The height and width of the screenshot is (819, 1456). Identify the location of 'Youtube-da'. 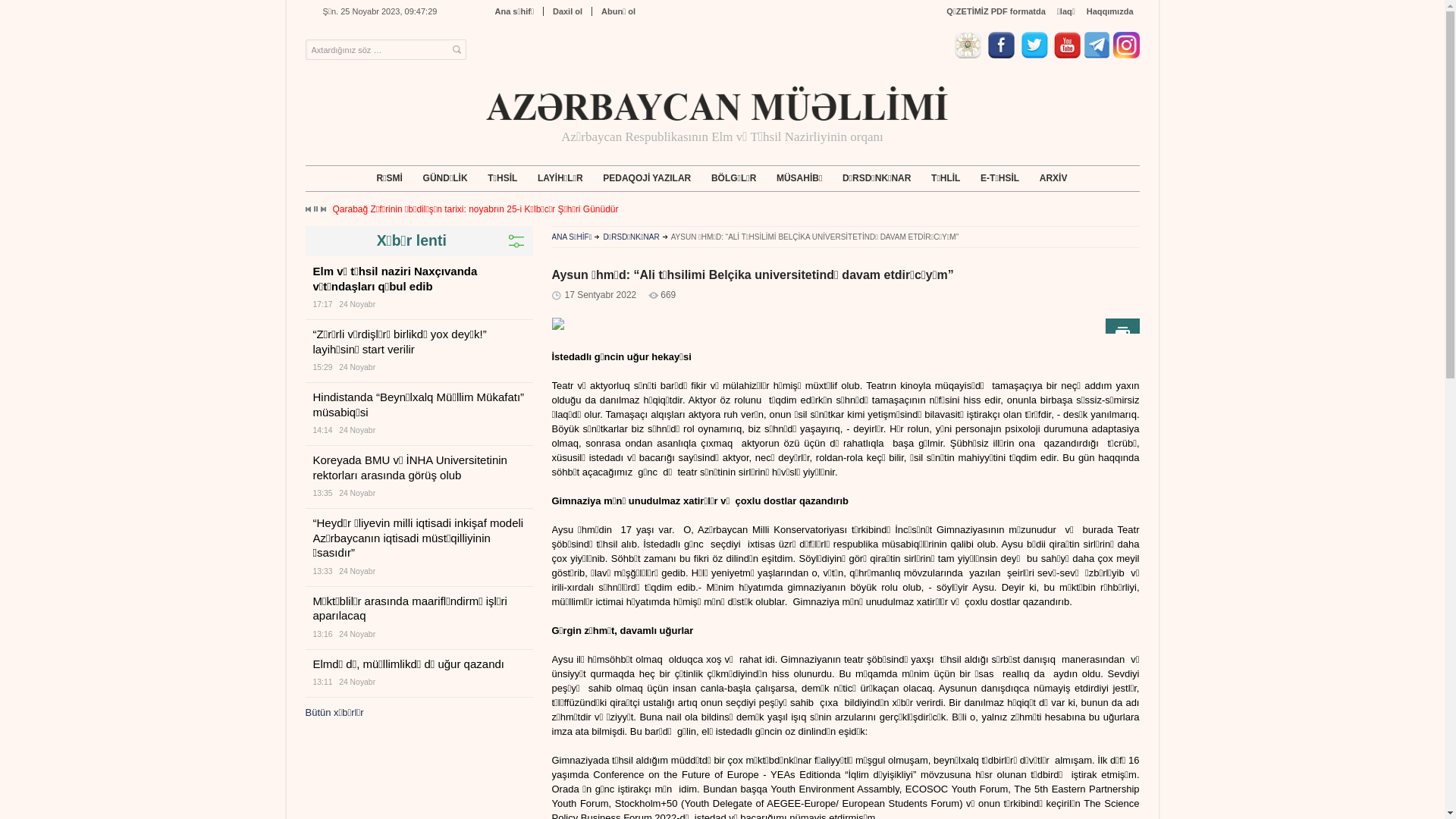
(1053, 54).